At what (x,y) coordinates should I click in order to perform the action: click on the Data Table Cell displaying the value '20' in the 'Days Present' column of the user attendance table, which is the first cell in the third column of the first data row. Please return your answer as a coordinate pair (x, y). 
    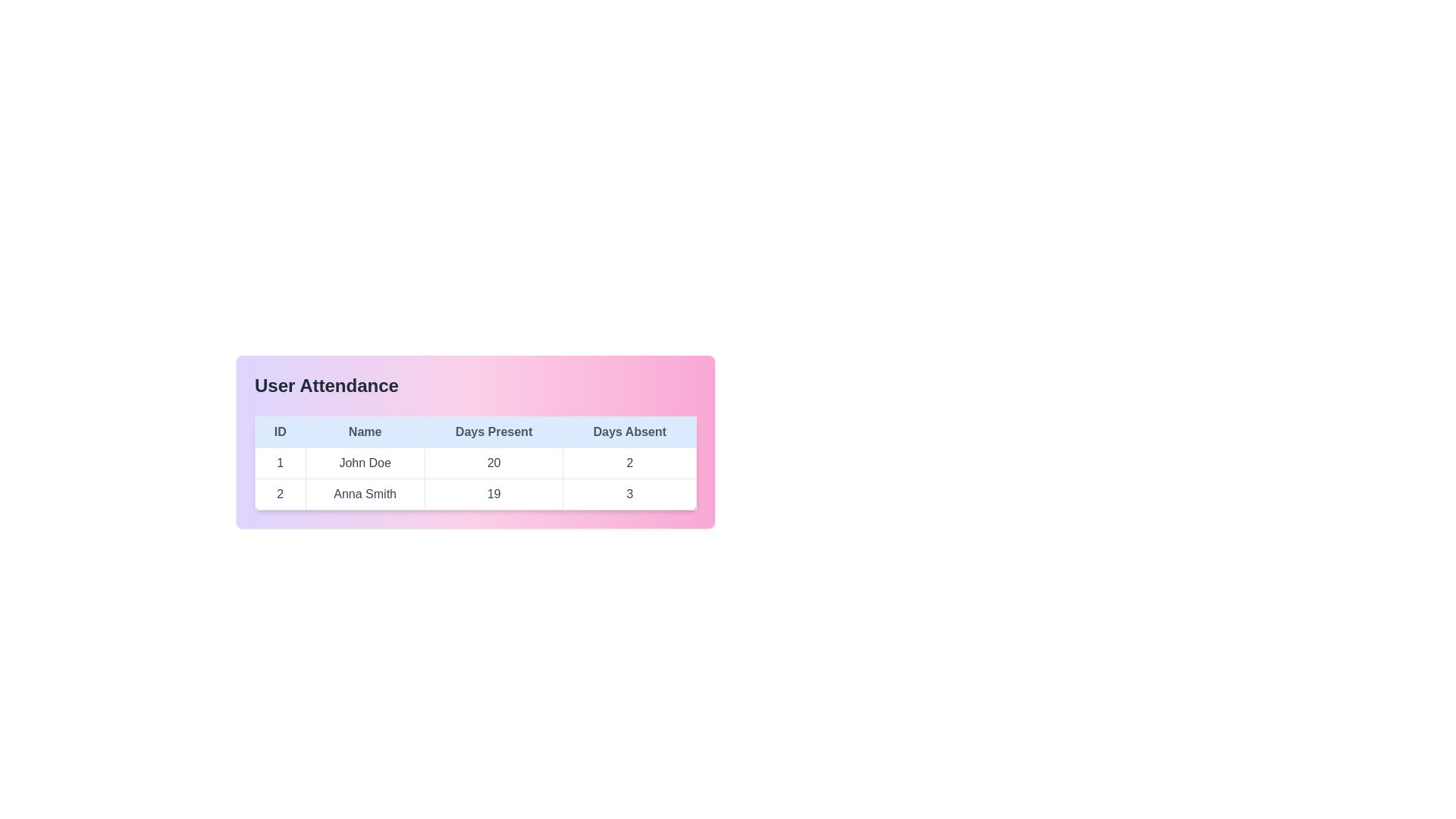
    Looking at the image, I should click on (475, 479).